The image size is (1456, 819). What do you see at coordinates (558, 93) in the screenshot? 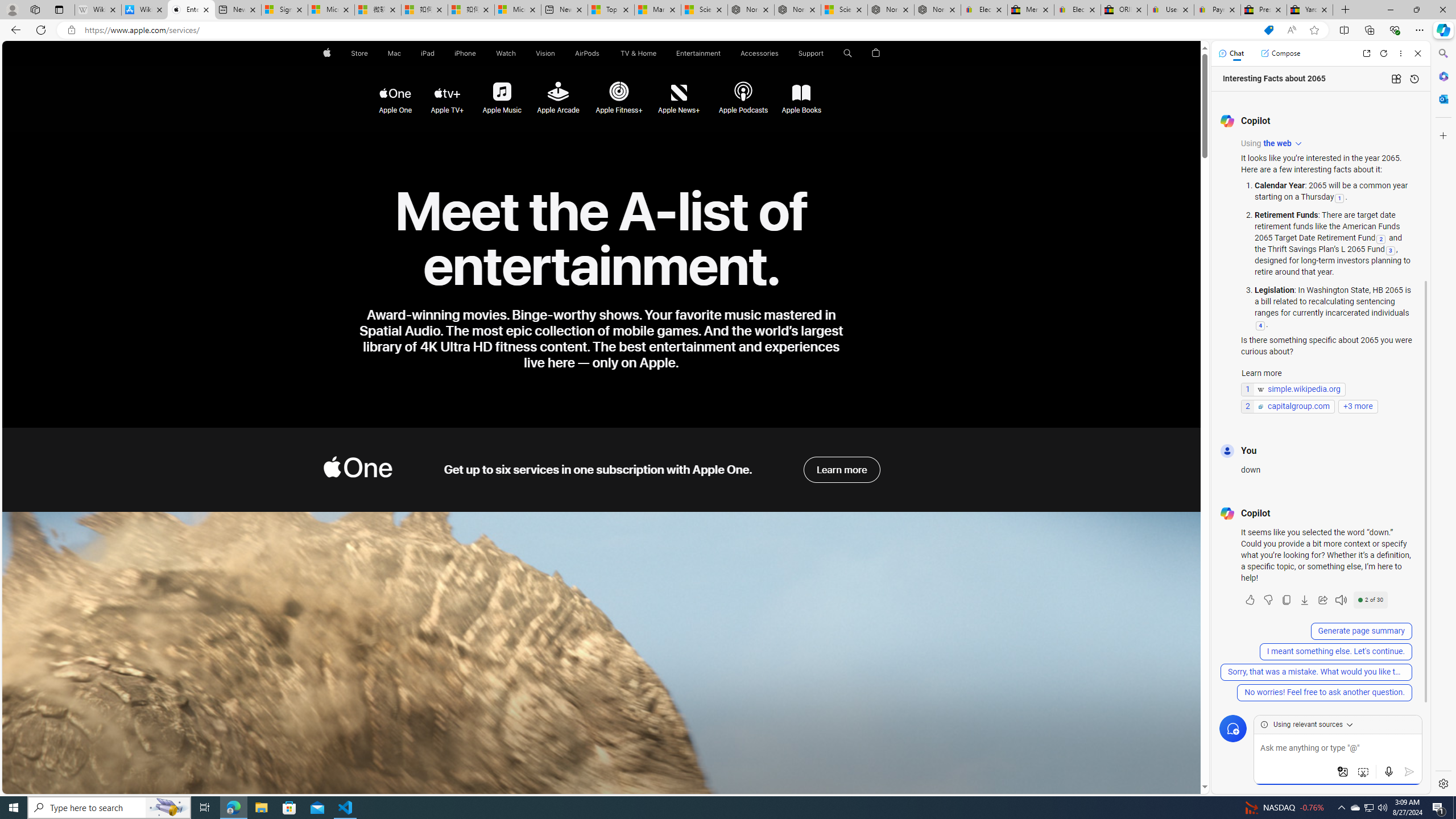
I see `'Apple Arcade'` at bounding box center [558, 93].